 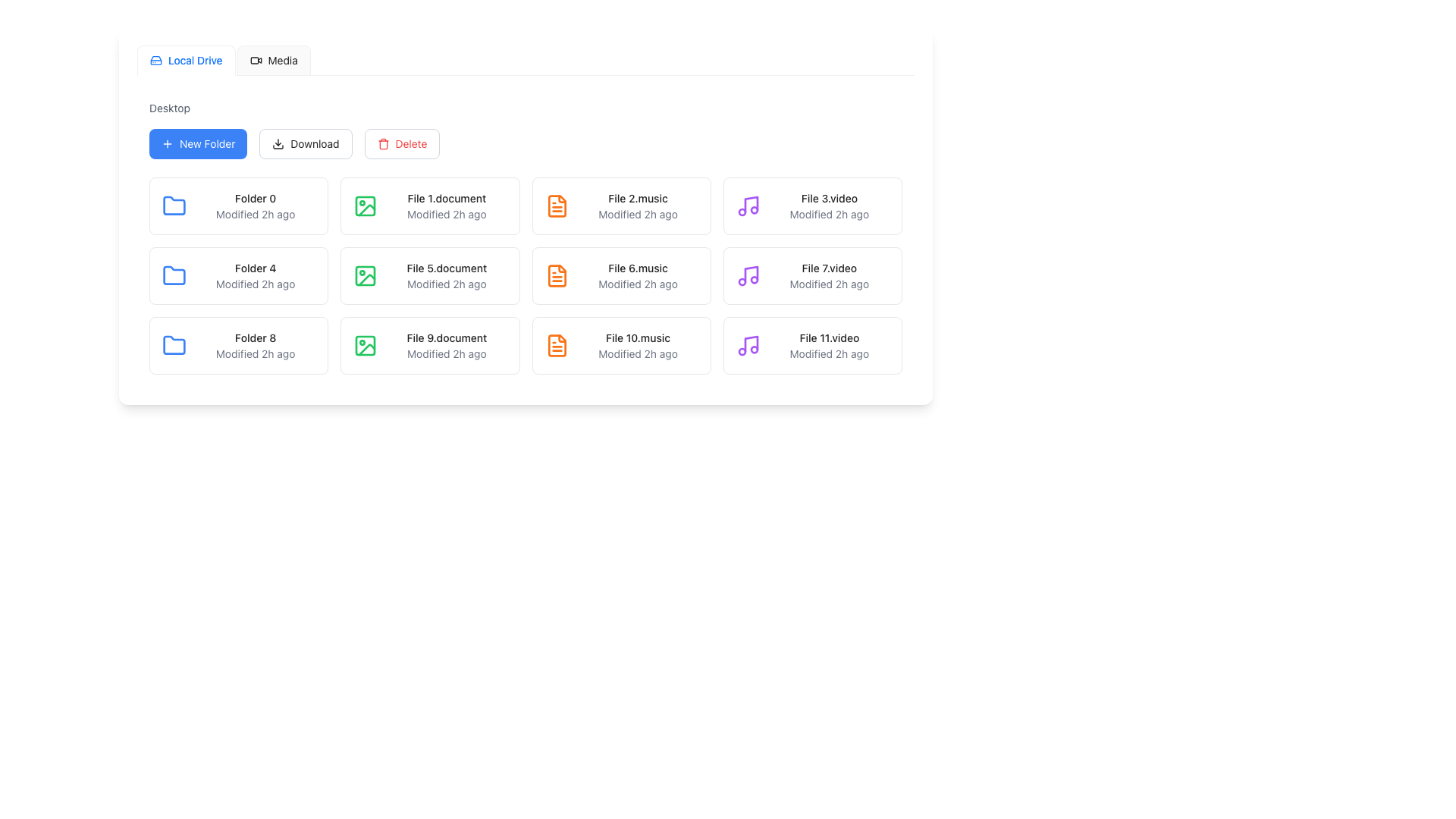 I want to click on the list item containing the purple musical note icon and the text 'File 11.video', so click(x=811, y=345).